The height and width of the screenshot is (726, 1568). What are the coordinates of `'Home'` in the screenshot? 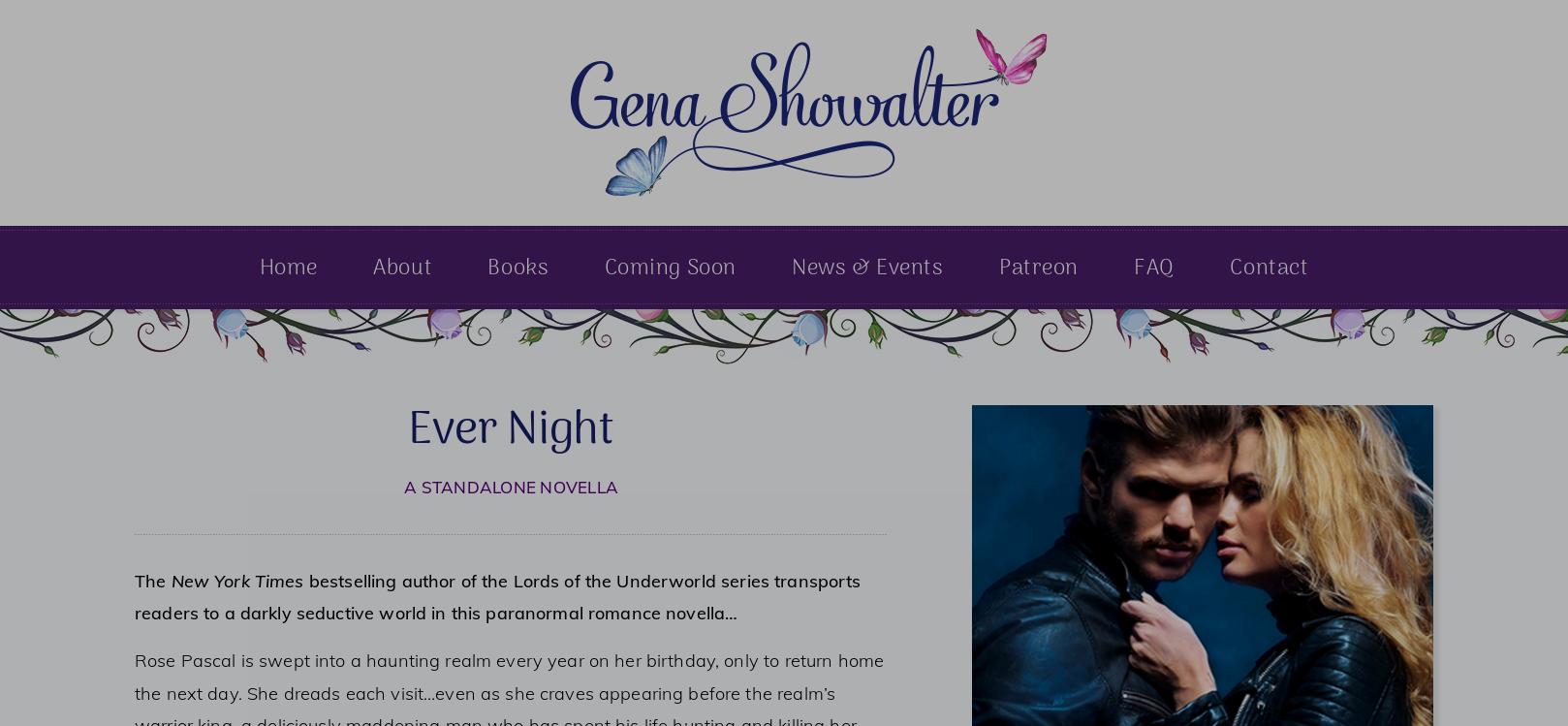 It's located at (288, 268).